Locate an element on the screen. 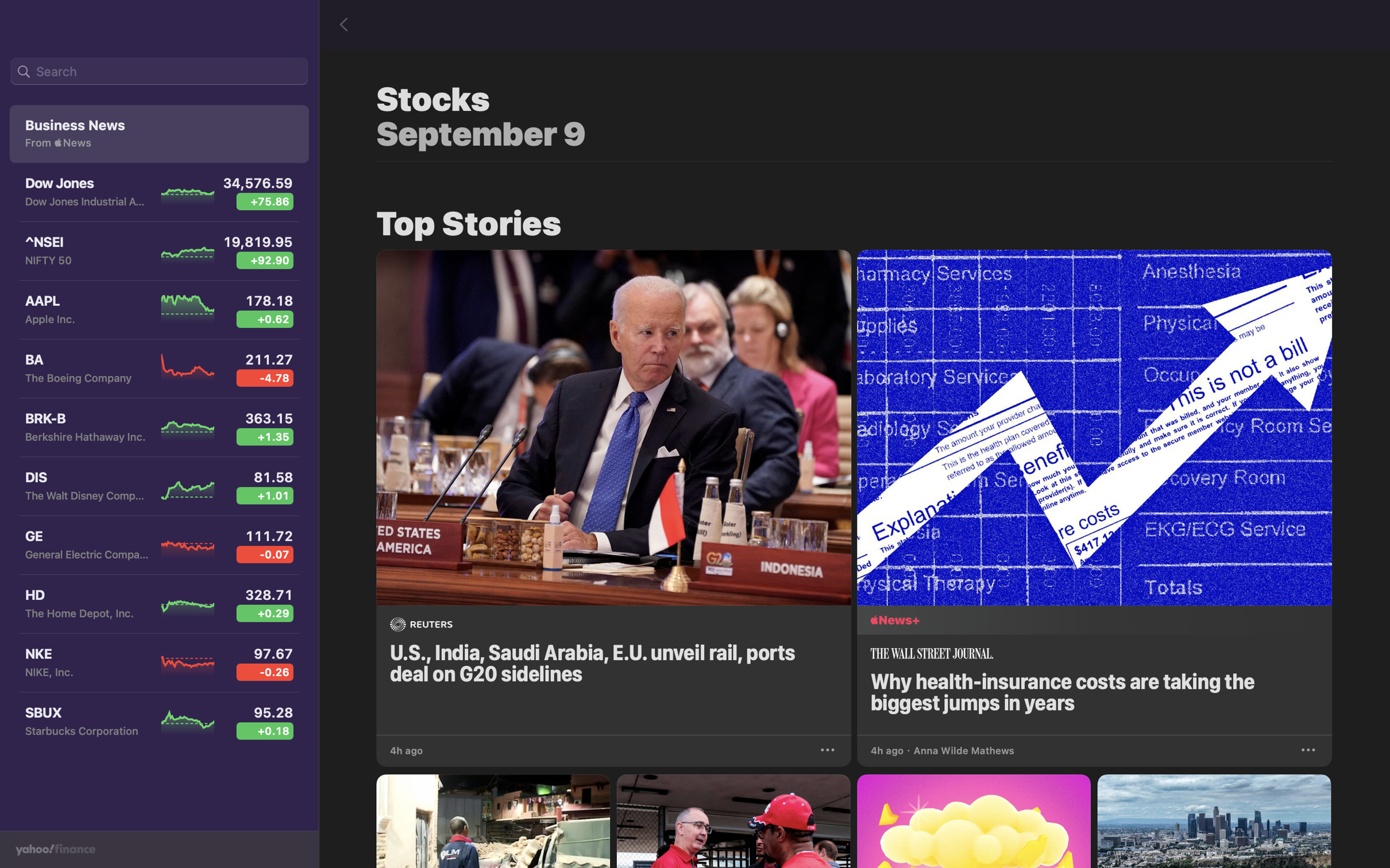 The image size is (1390, 868). the Home Depot stock for getting more info is located at coordinates (156, 606).